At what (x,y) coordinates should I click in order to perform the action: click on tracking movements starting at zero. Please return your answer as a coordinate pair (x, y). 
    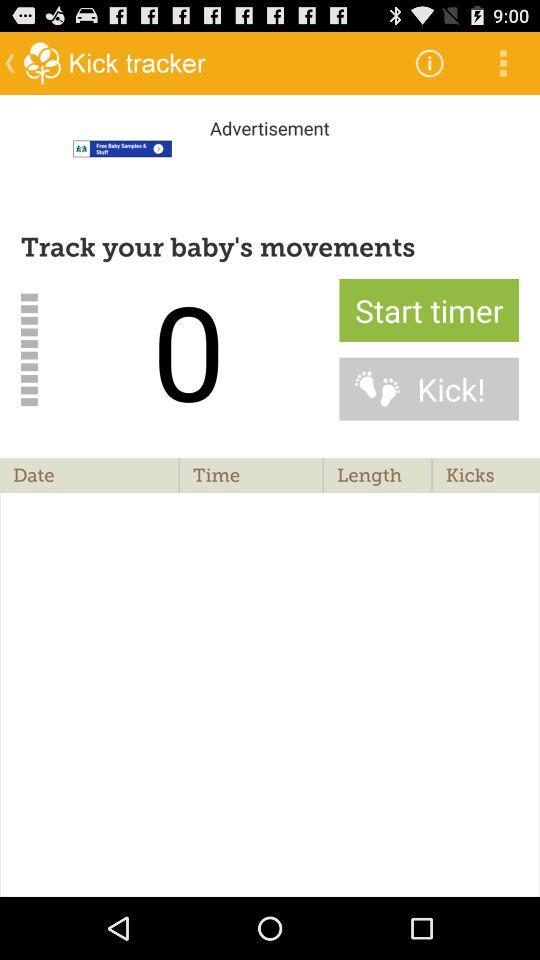
    Looking at the image, I should click on (270, 172).